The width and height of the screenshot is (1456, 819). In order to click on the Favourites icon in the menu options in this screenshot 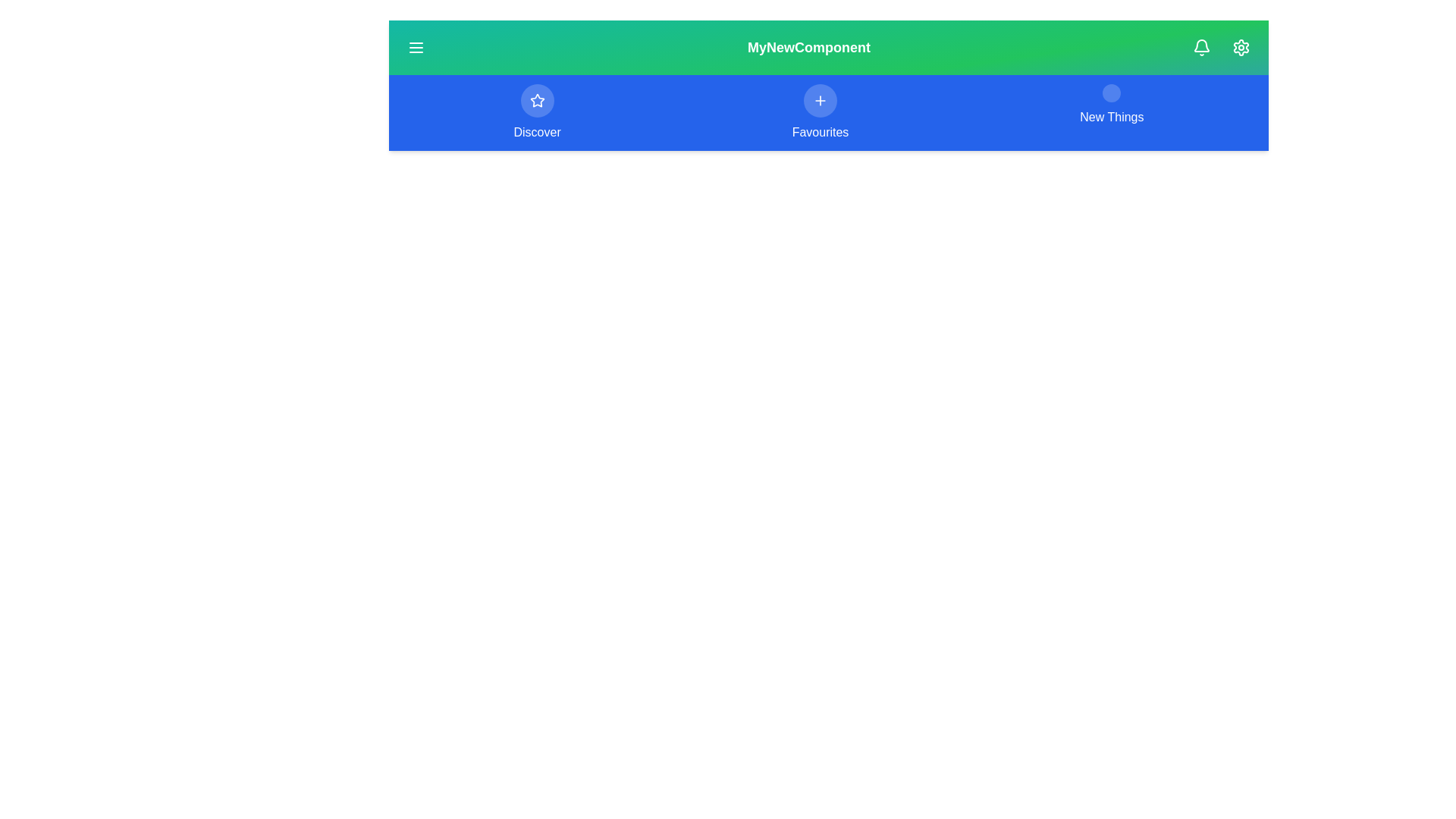, I will do `click(819, 100)`.